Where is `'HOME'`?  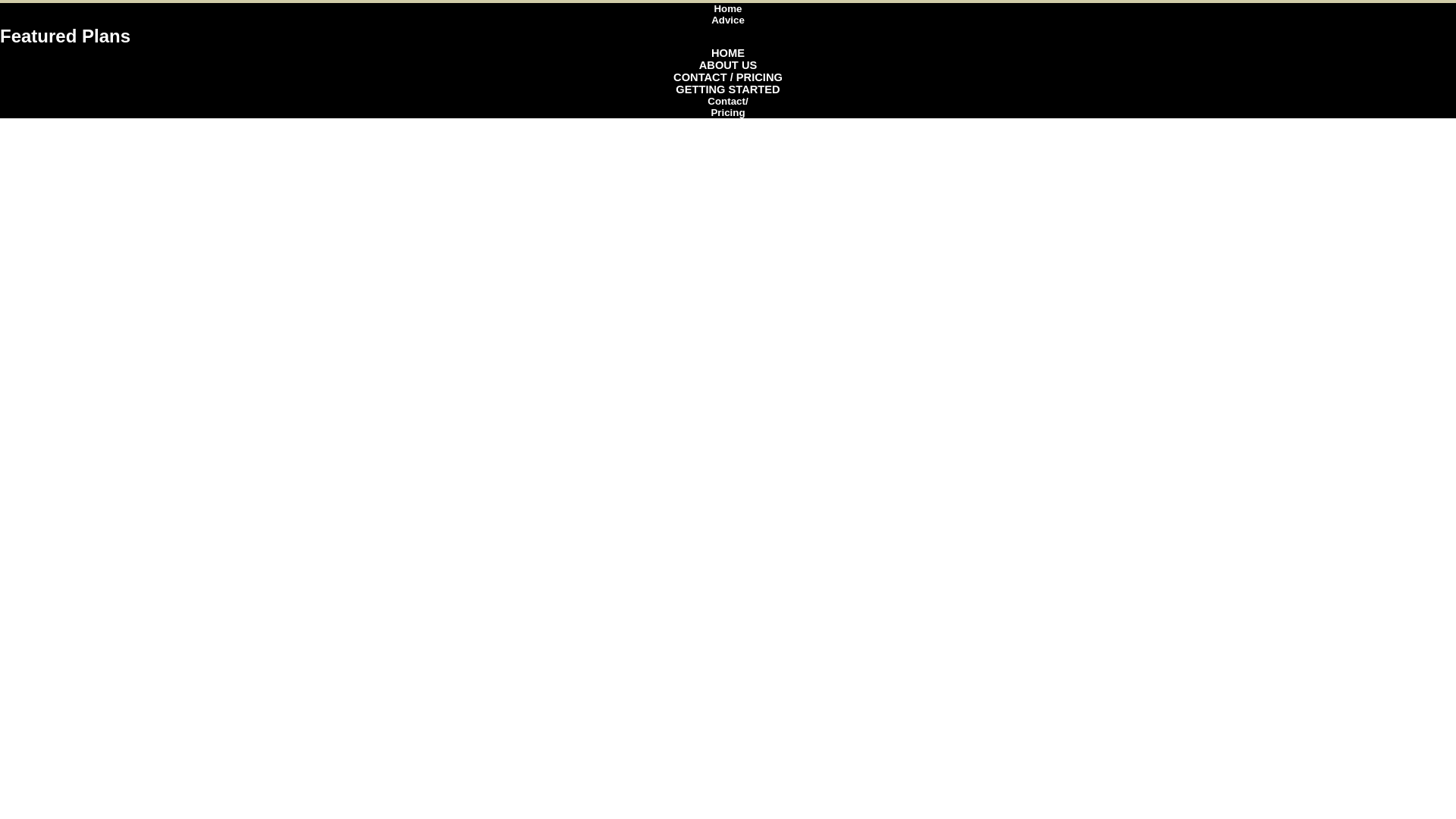
'HOME' is located at coordinates (710, 52).